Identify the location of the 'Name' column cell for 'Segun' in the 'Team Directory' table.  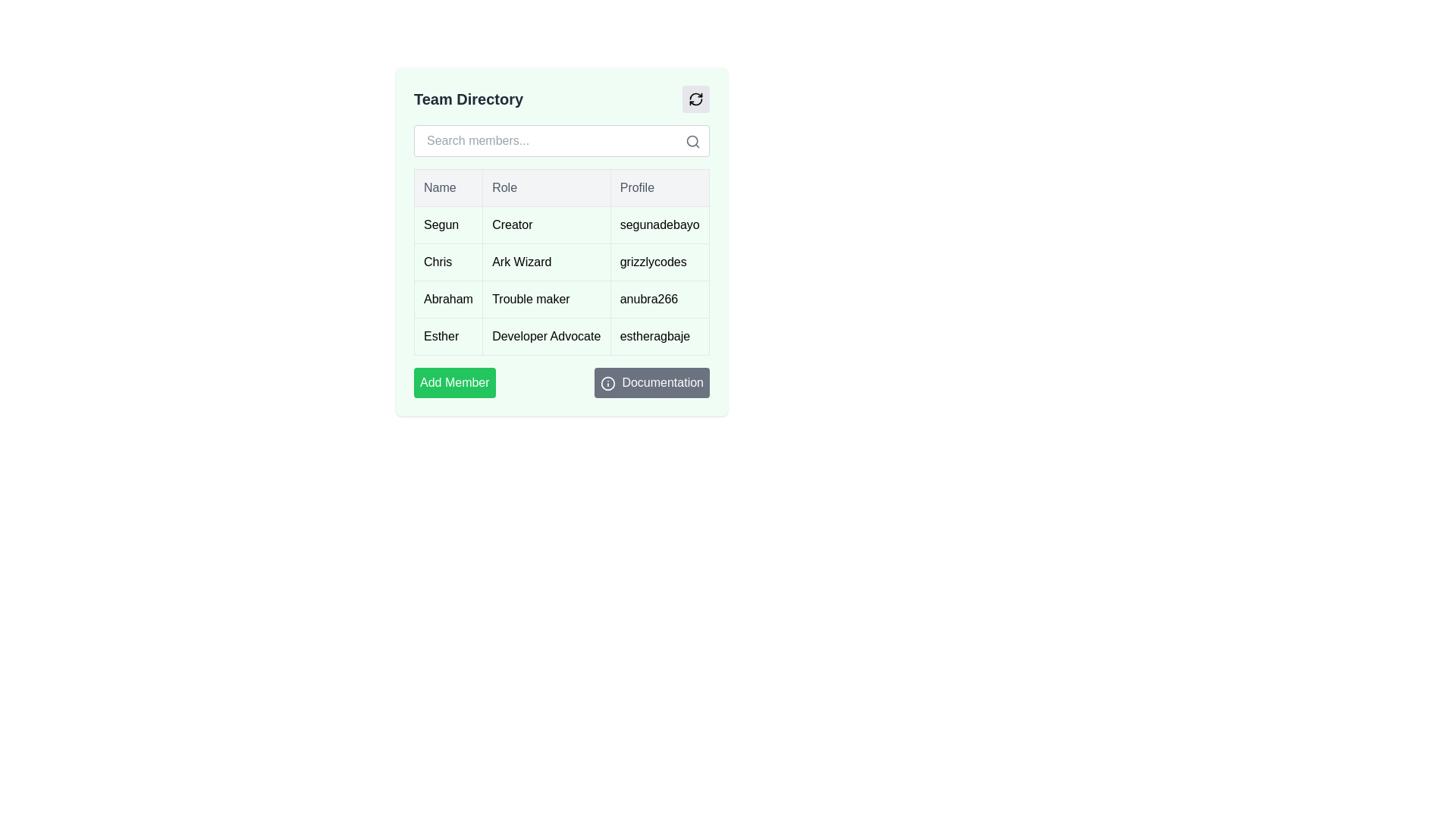
(447, 225).